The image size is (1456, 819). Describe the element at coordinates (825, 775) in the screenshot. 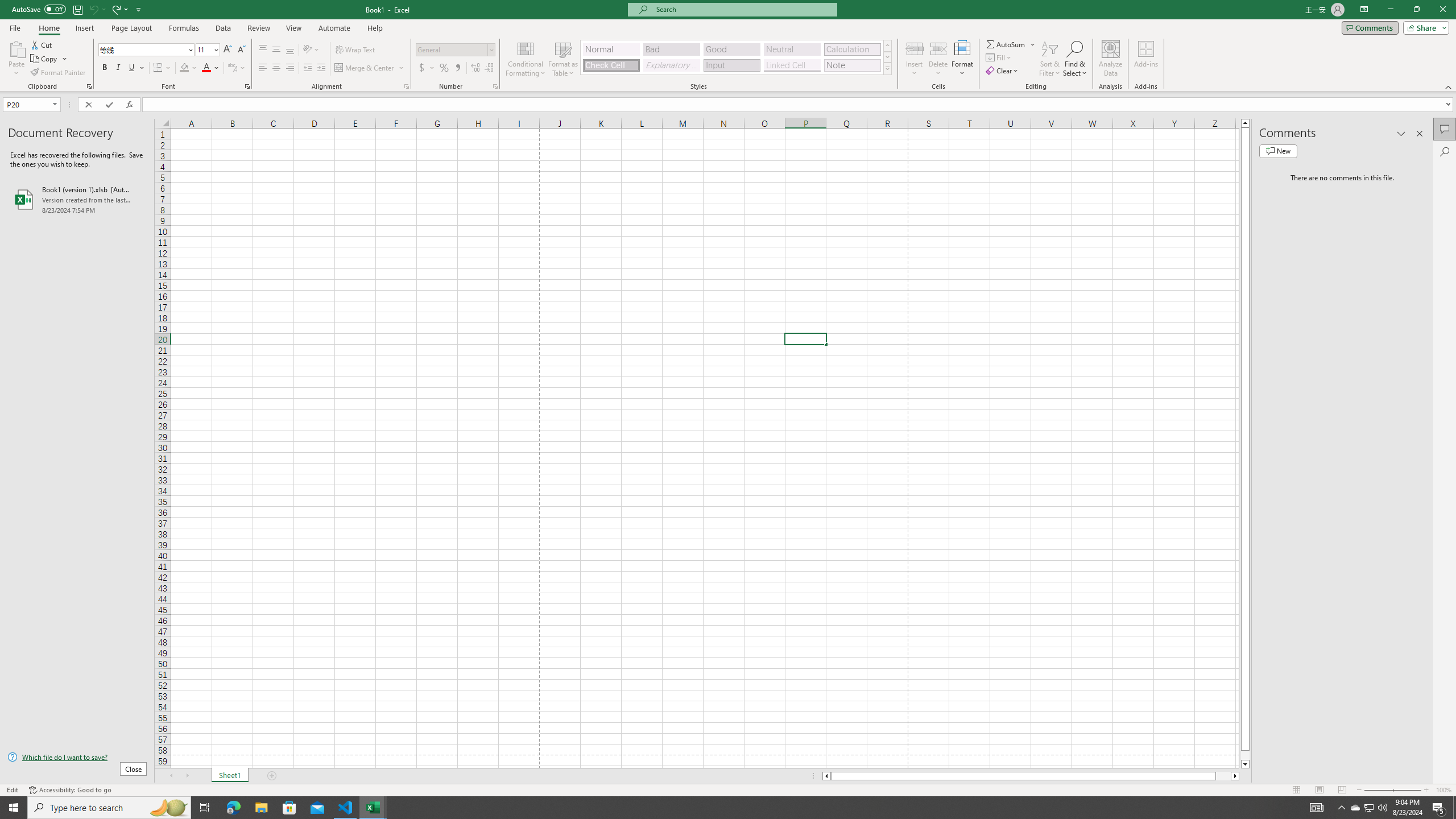

I see `'Column left'` at that location.